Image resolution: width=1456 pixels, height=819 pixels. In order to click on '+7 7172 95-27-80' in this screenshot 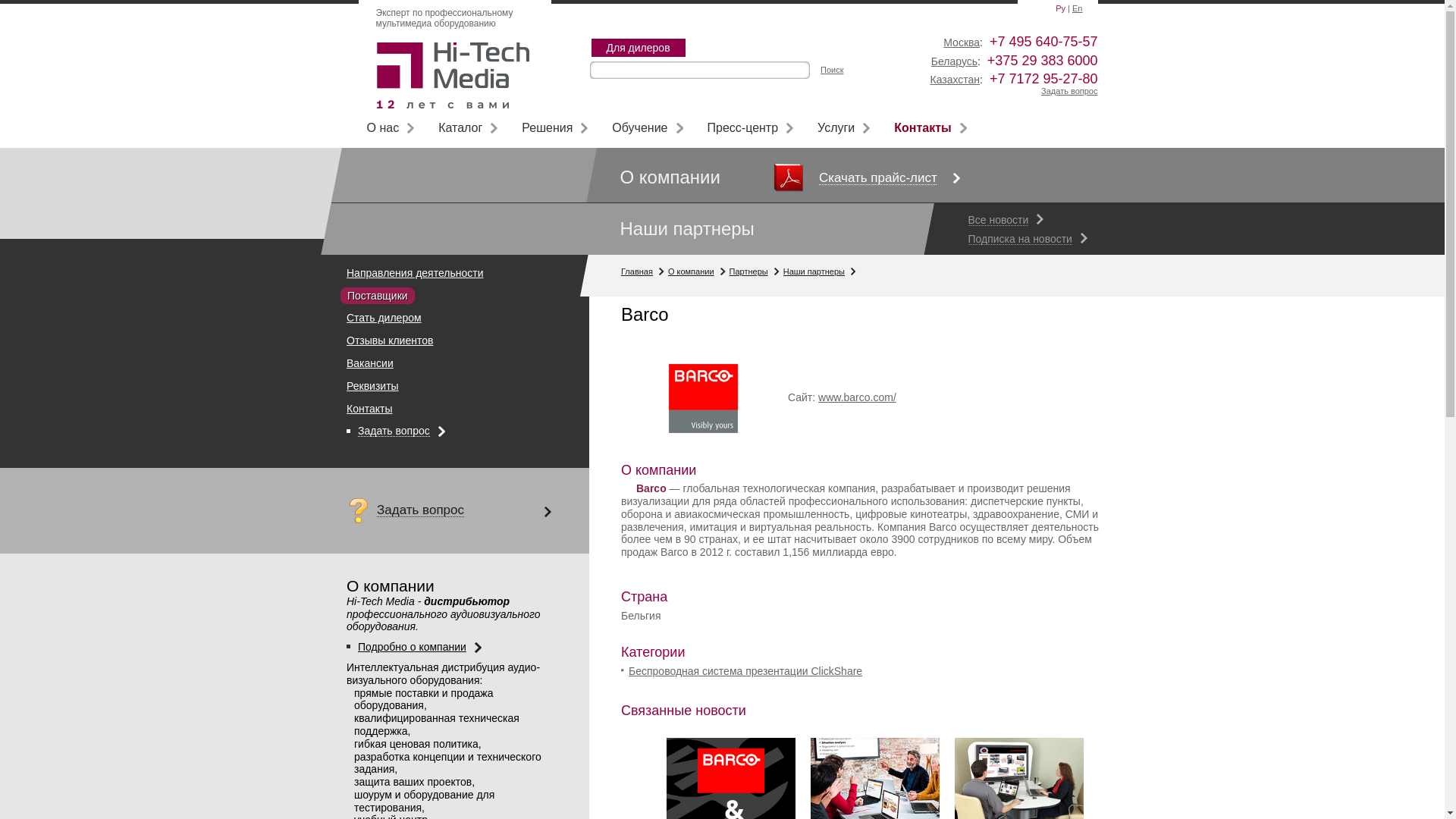, I will do `click(1043, 79)`.